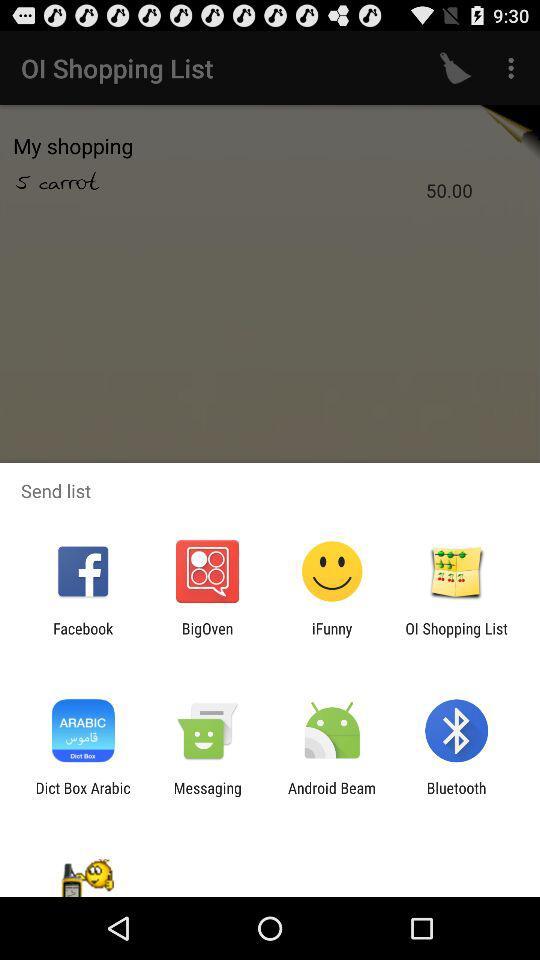  What do you see at coordinates (456, 796) in the screenshot?
I see `the bluetooth` at bounding box center [456, 796].